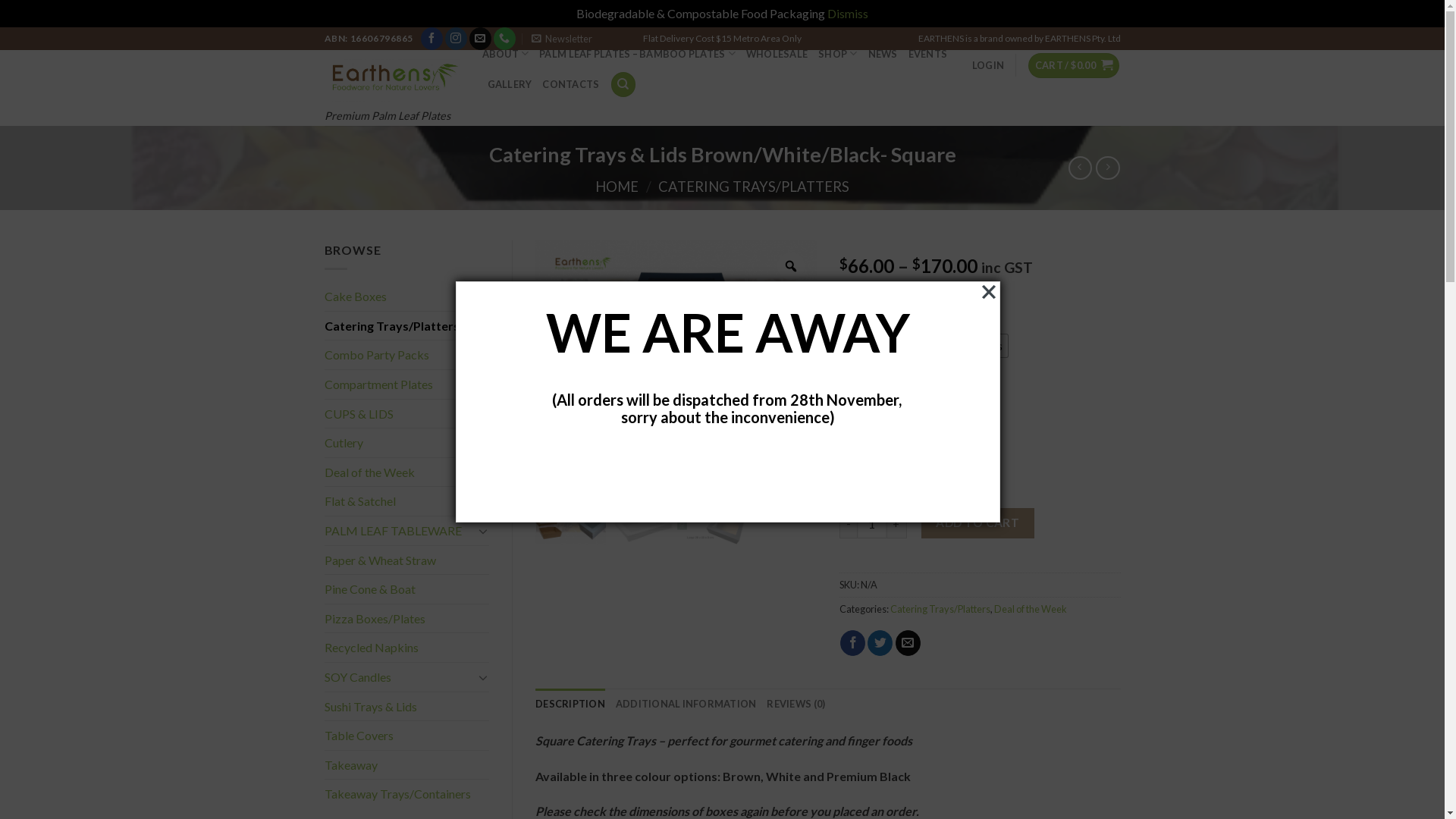  Describe the element at coordinates (494, 37) in the screenshot. I see `'Call us'` at that location.